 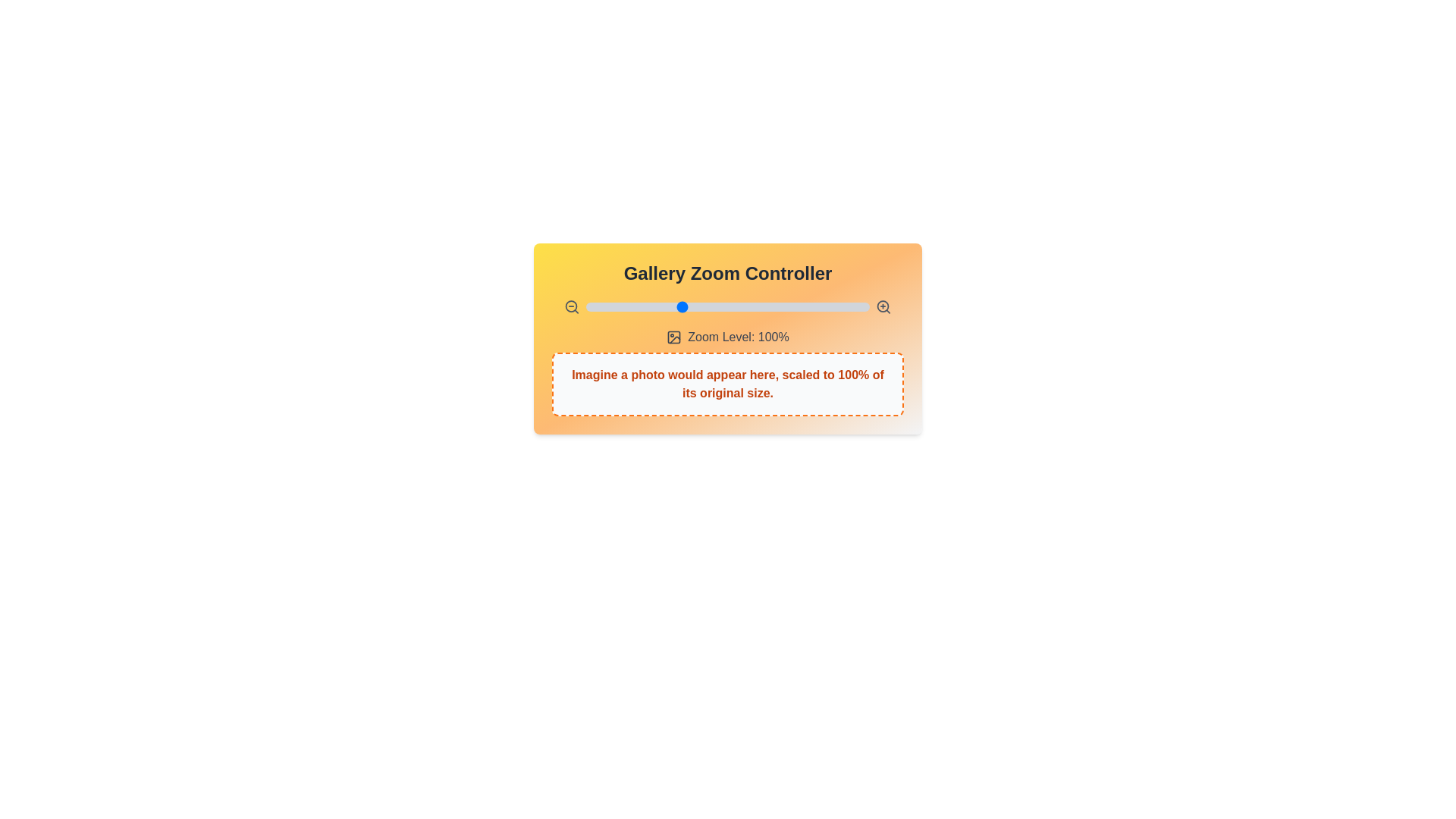 What do you see at coordinates (693, 307) in the screenshot?
I see `the zoom level to 107% by interacting with the slider` at bounding box center [693, 307].